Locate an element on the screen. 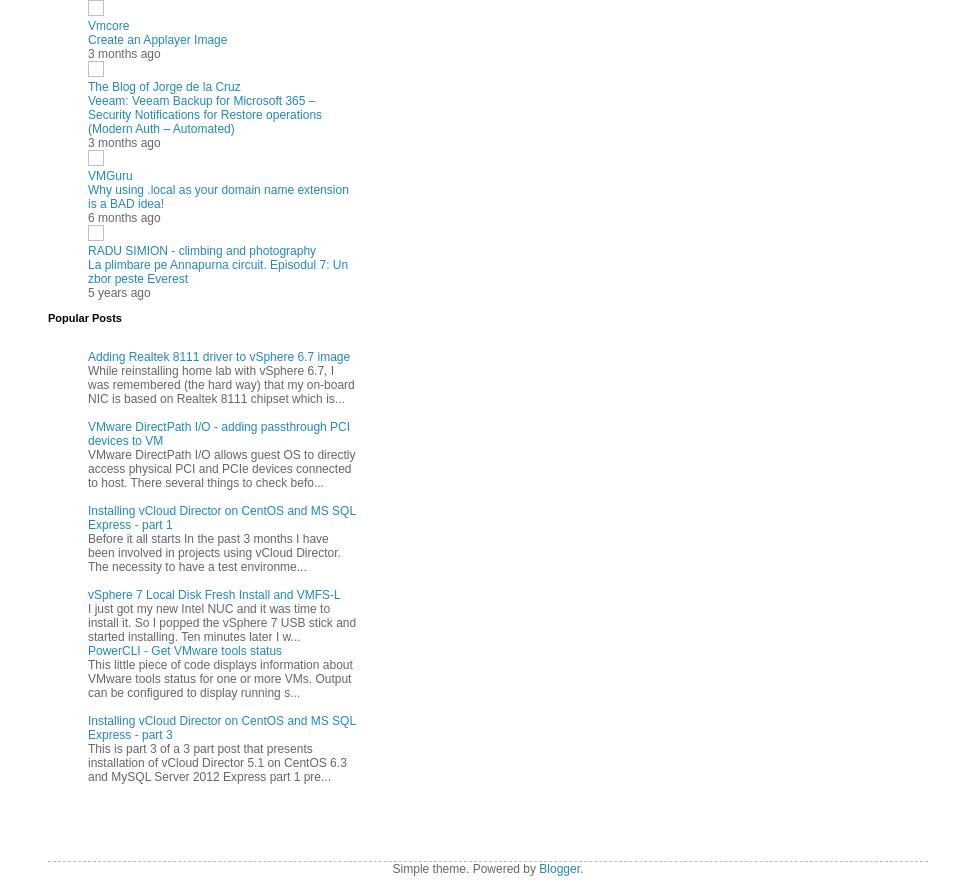  'VMware DirectPath I/O allows guest OS to directly access physical PCI and PCIe devices connected to host. There several things to check befo...' is located at coordinates (87, 467).